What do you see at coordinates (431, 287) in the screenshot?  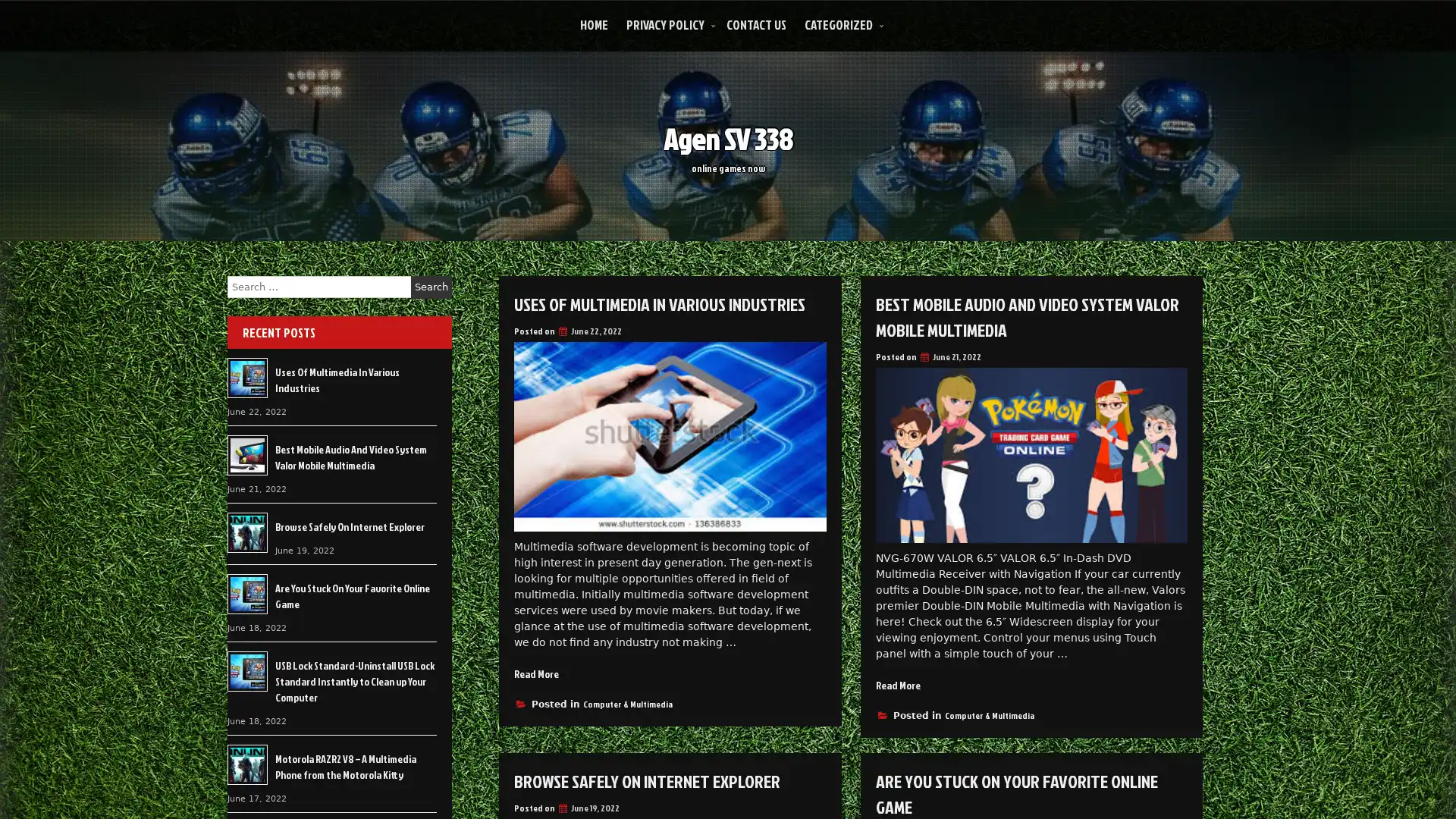 I see `Search` at bounding box center [431, 287].